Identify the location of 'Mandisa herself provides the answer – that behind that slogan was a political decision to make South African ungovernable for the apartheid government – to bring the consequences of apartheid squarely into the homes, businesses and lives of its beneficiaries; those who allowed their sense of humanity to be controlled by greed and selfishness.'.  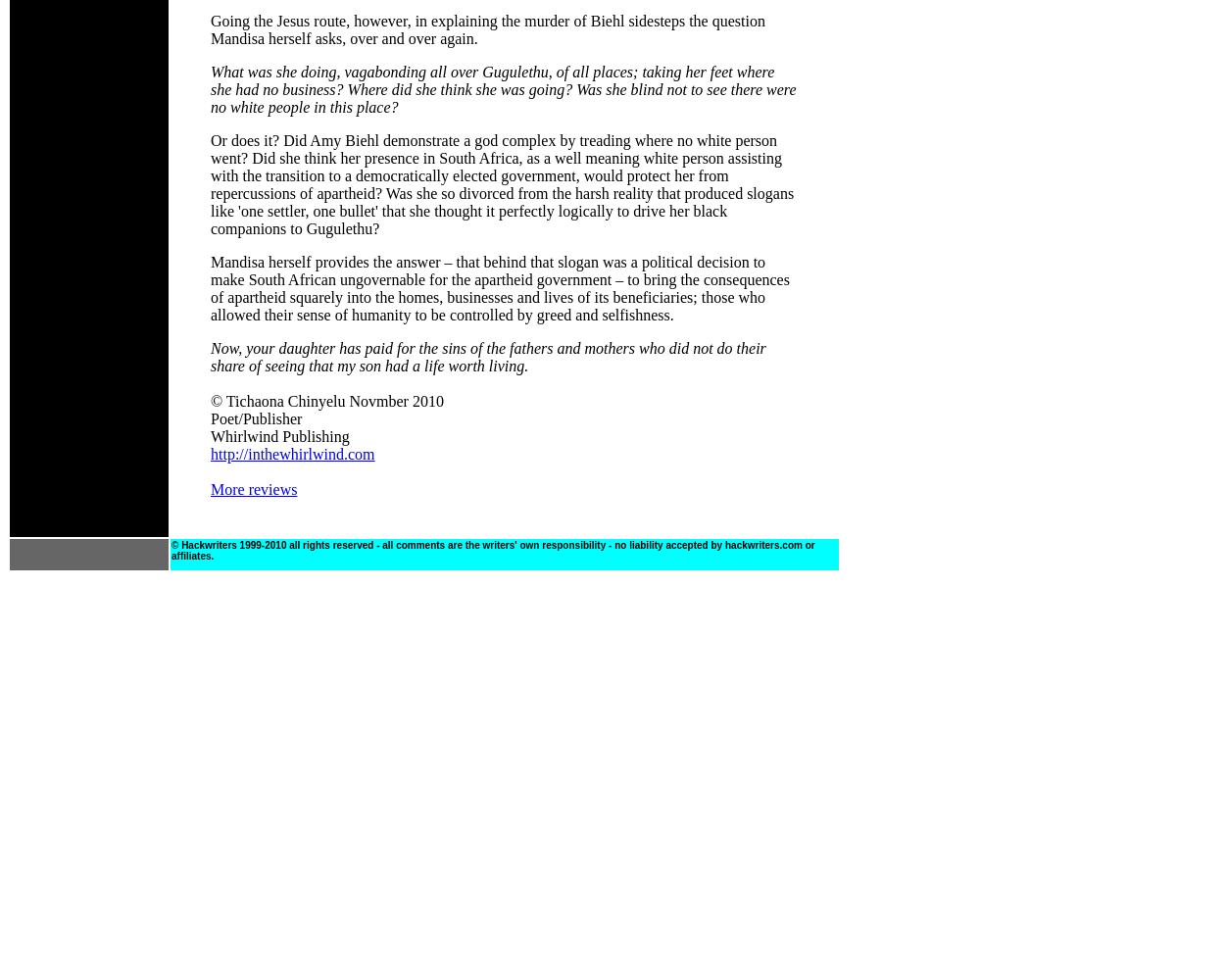
(499, 288).